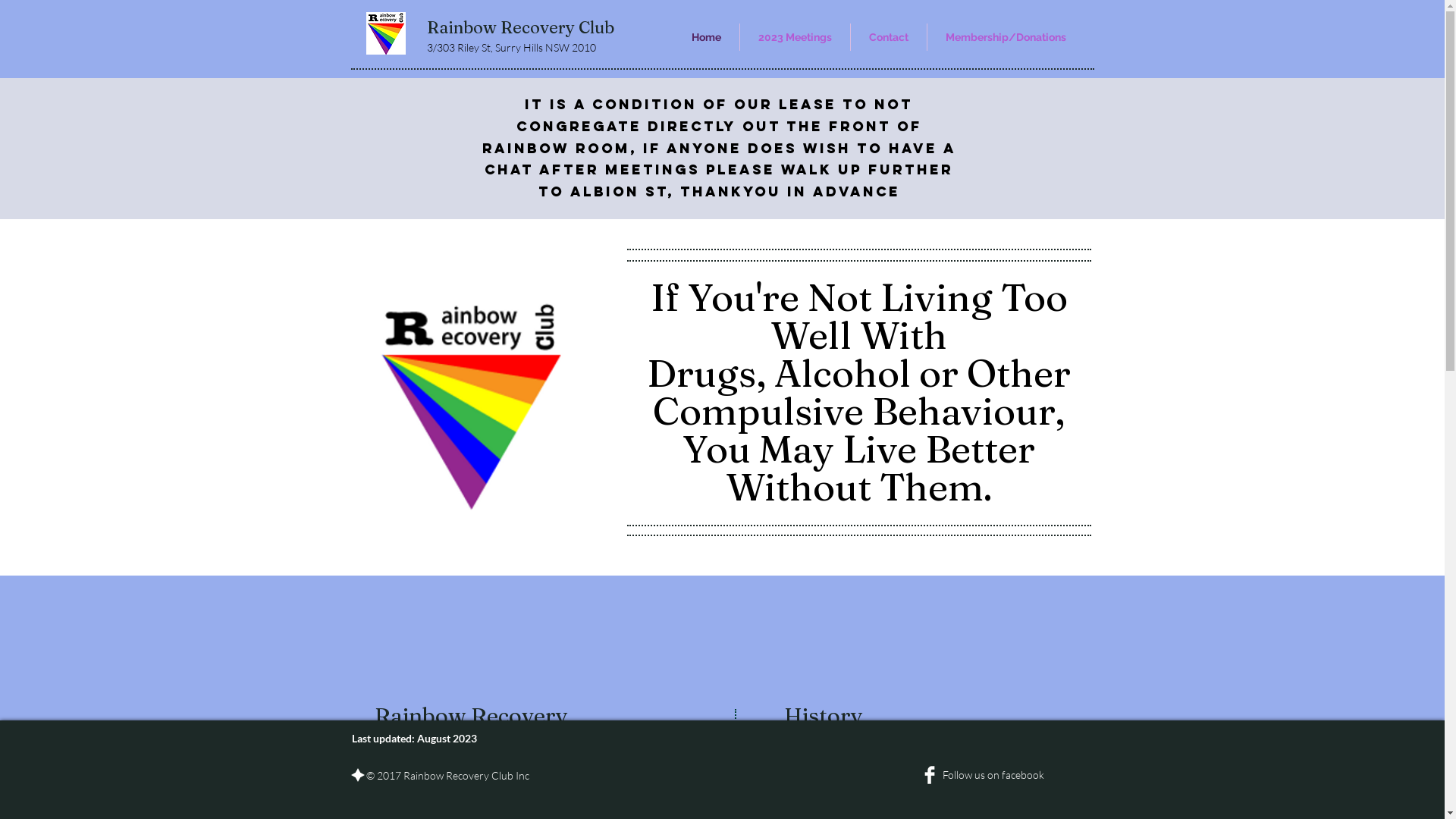 This screenshot has width=1456, height=819. Describe the element at coordinates (739, 36) in the screenshot. I see `'2023 Meetings'` at that location.